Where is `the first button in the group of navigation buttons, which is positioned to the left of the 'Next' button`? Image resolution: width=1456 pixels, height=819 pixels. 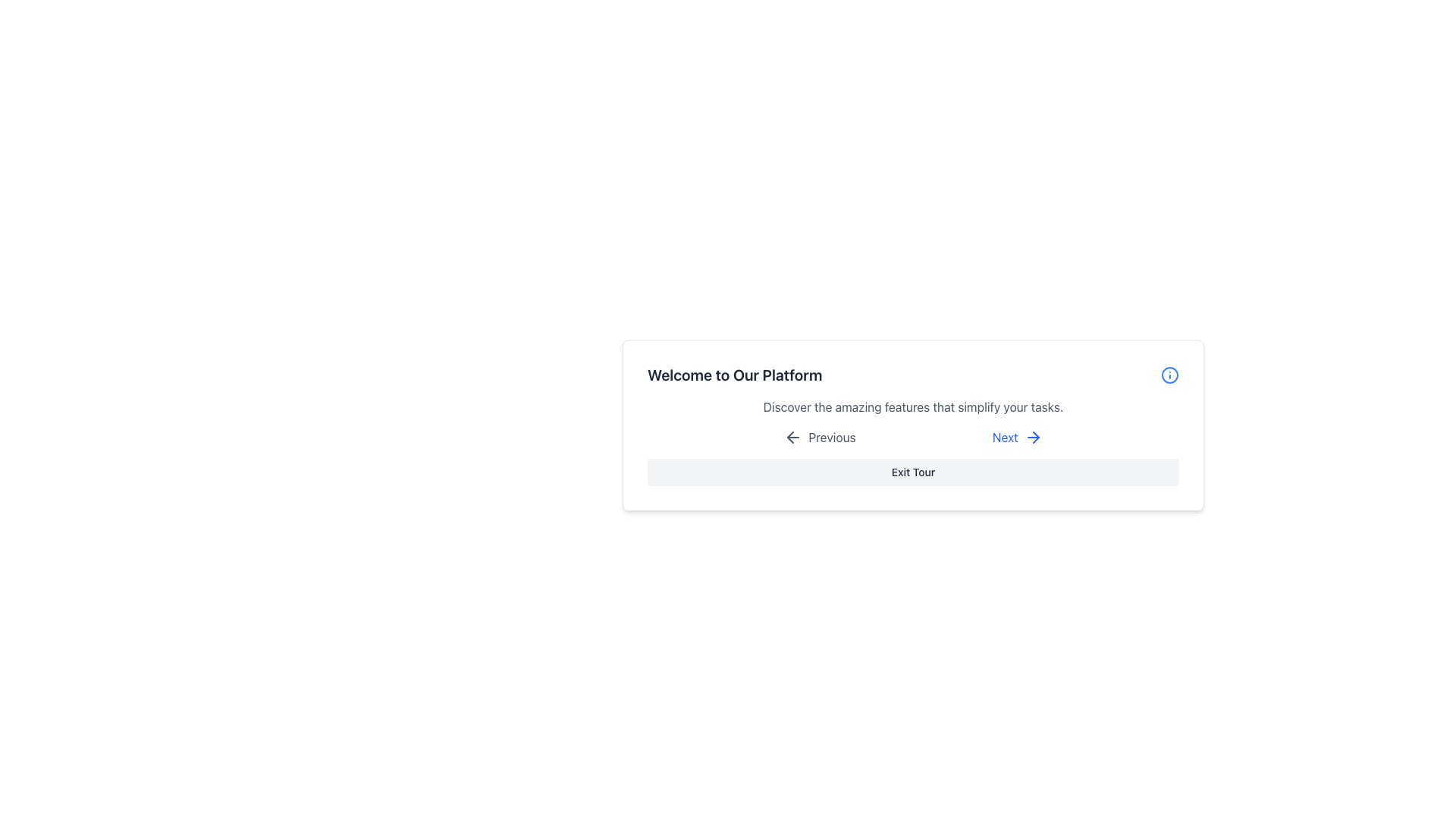 the first button in the group of navigation buttons, which is positioned to the left of the 'Next' button is located at coordinates (819, 438).